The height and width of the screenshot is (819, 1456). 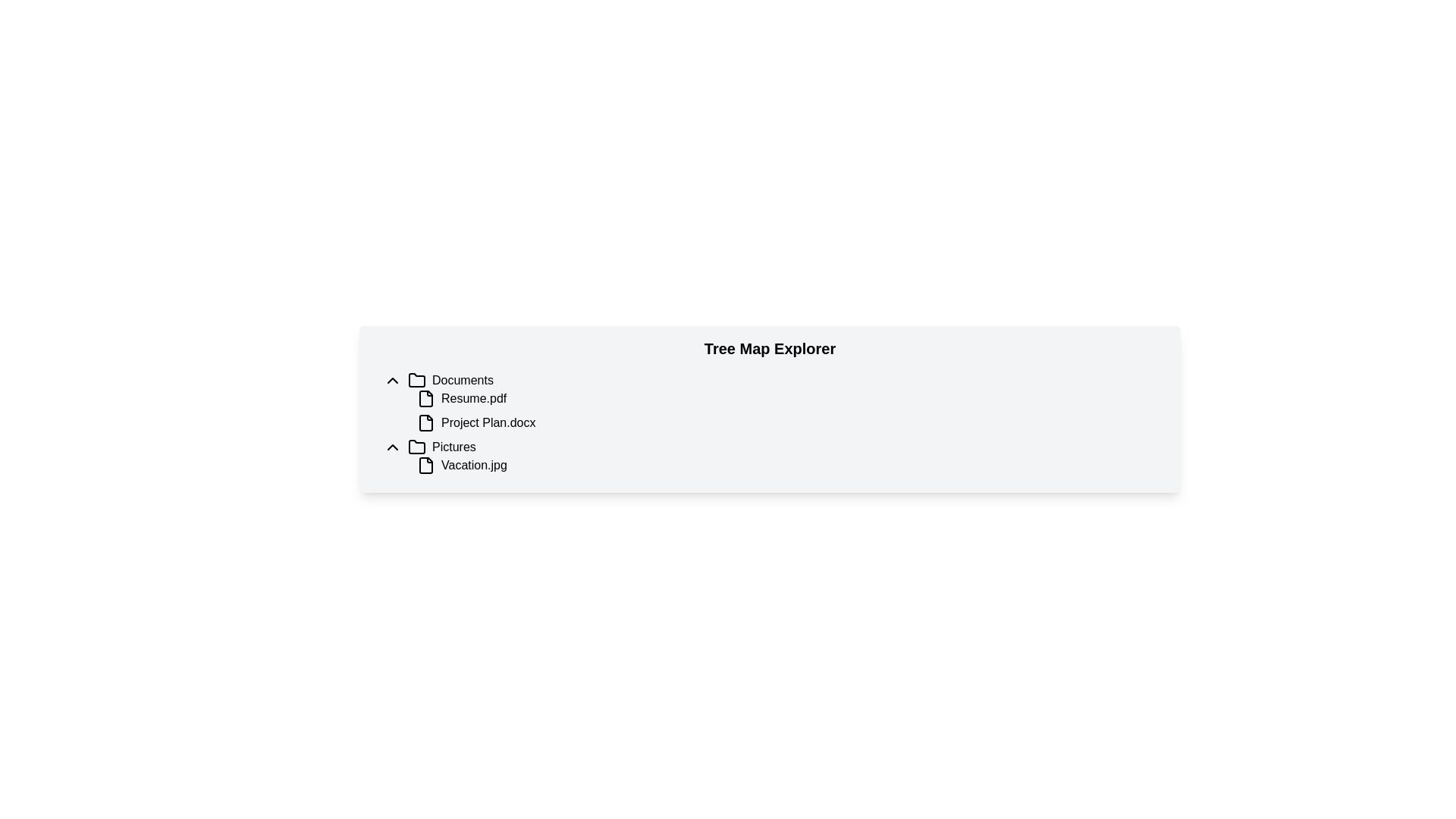 I want to click on the text label indicating the section or folder name labeled 'Documents', which is located in the same row as a folder icon and an arrow symbol, so click(x=462, y=379).